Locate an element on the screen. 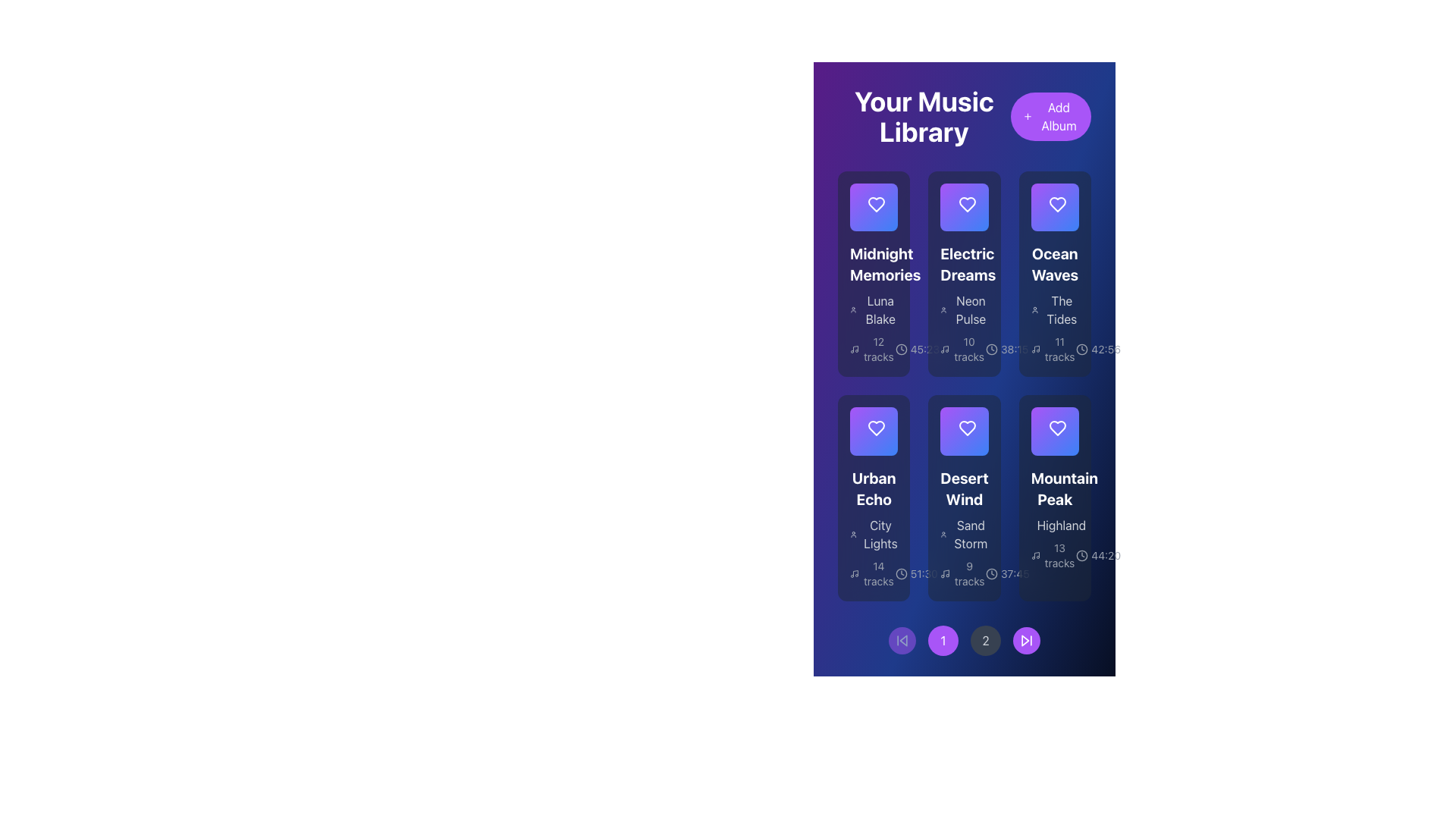 This screenshot has width=1456, height=819. the small graphical music icon featuring a note symbol, located below the album 'Electric Dreams' in the second column of the grid is located at coordinates (944, 350).